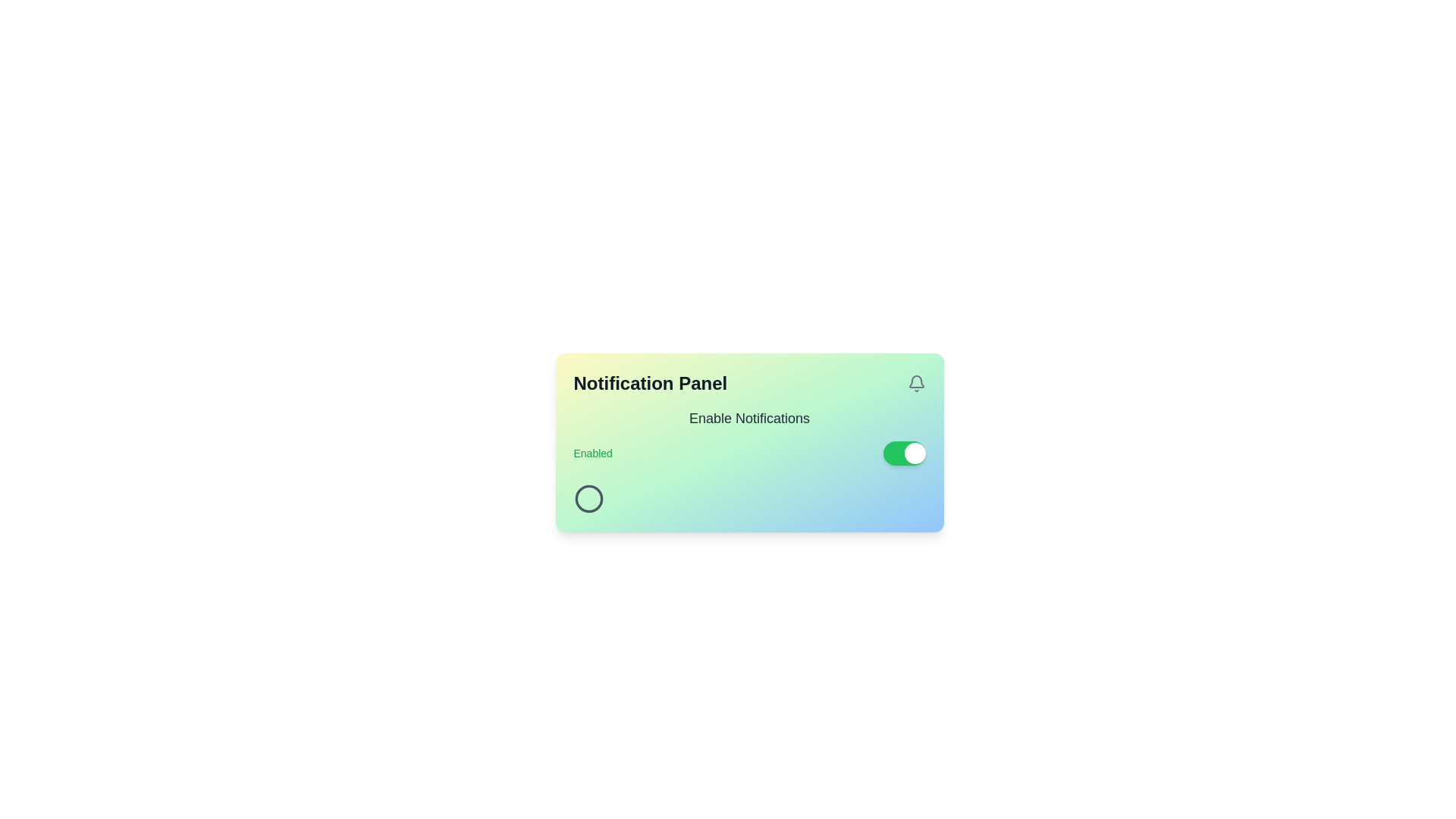 This screenshot has width=1456, height=819. What do you see at coordinates (588, 499) in the screenshot?
I see `the SVG circle icon with a dark border located in the bottom-left corner of the notification panel interface, near the descriptive text labeled 'Enabled'` at bounding box center [588, 499].